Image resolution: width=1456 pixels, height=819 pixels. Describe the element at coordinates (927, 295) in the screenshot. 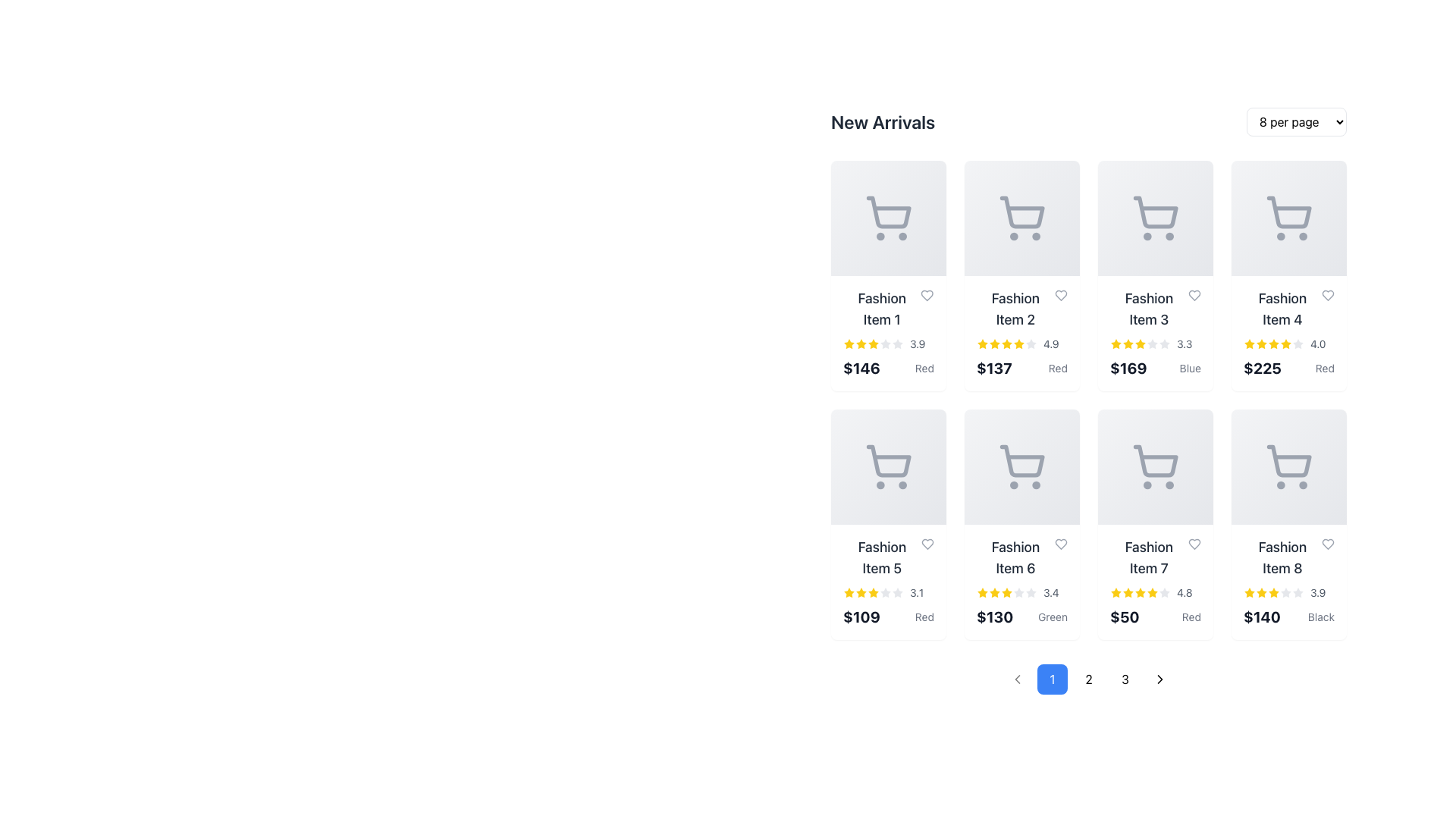

I see `the heart icon in the top-right corner of the card for 'Fashion Item 1' to mark the product as favorite` at that location.